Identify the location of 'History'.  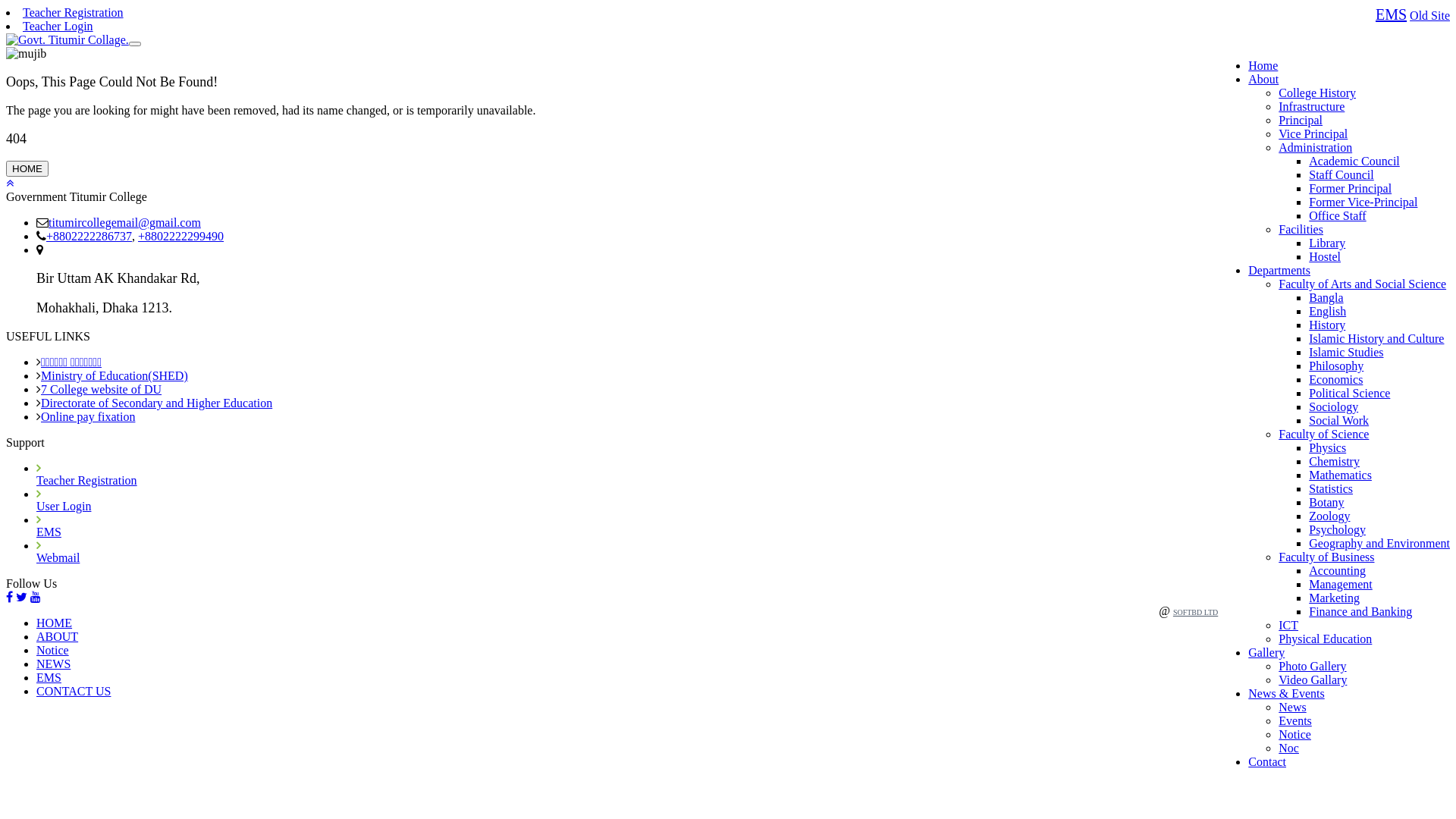
(1326, 324).